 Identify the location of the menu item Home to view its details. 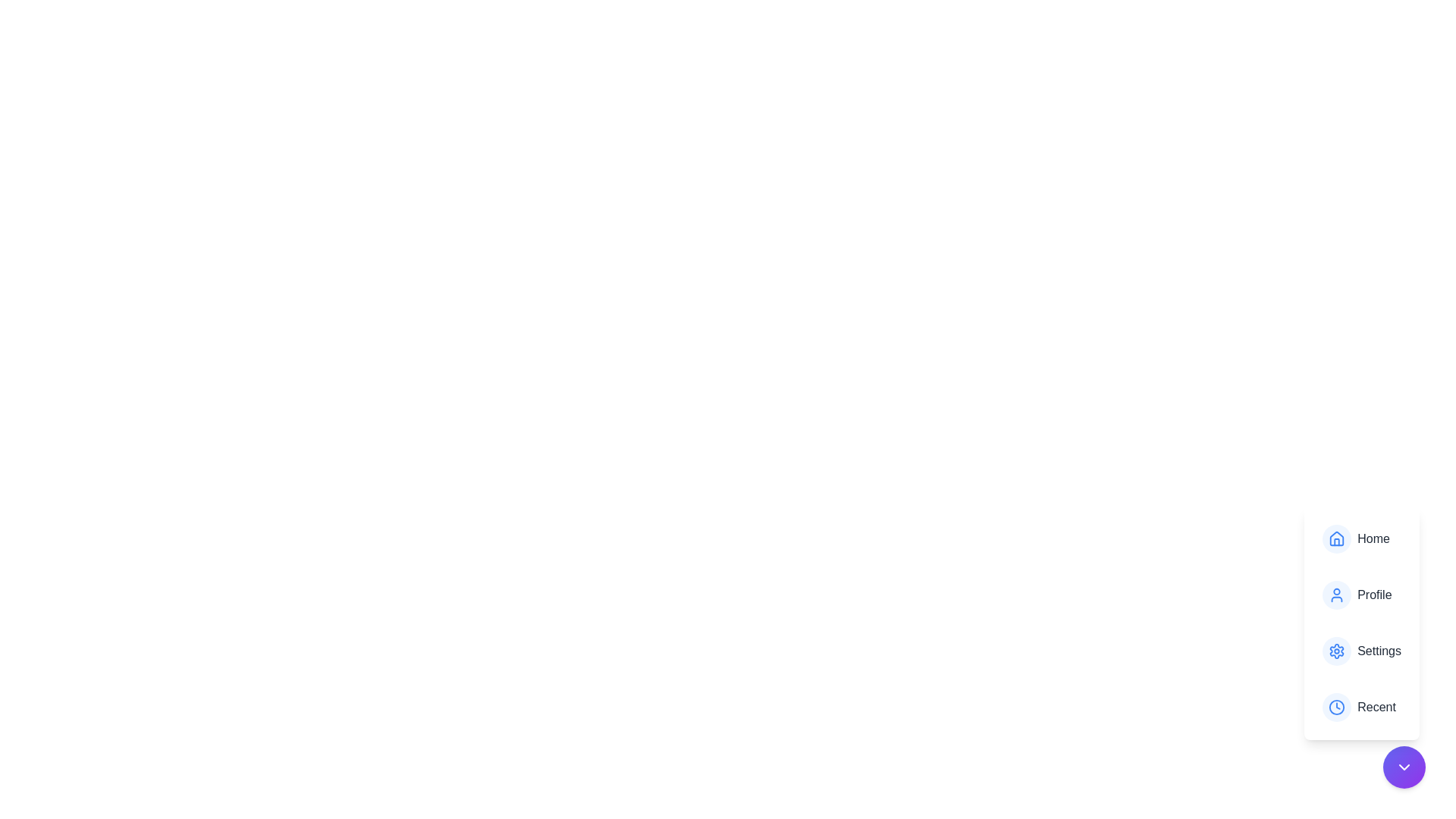
(1361, 538).